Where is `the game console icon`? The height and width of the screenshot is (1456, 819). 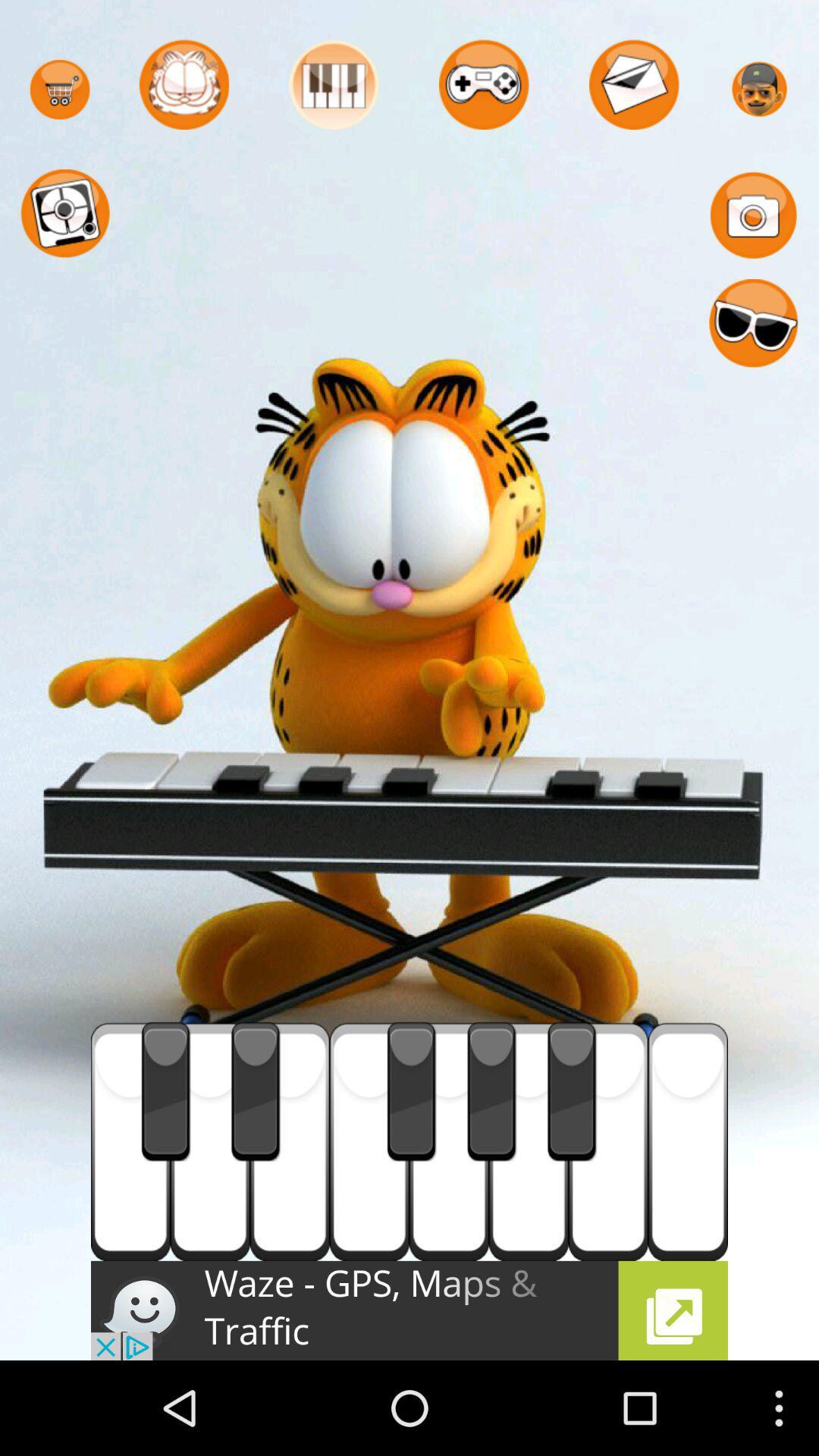 the game console icon is located at coordinates (483, 83).